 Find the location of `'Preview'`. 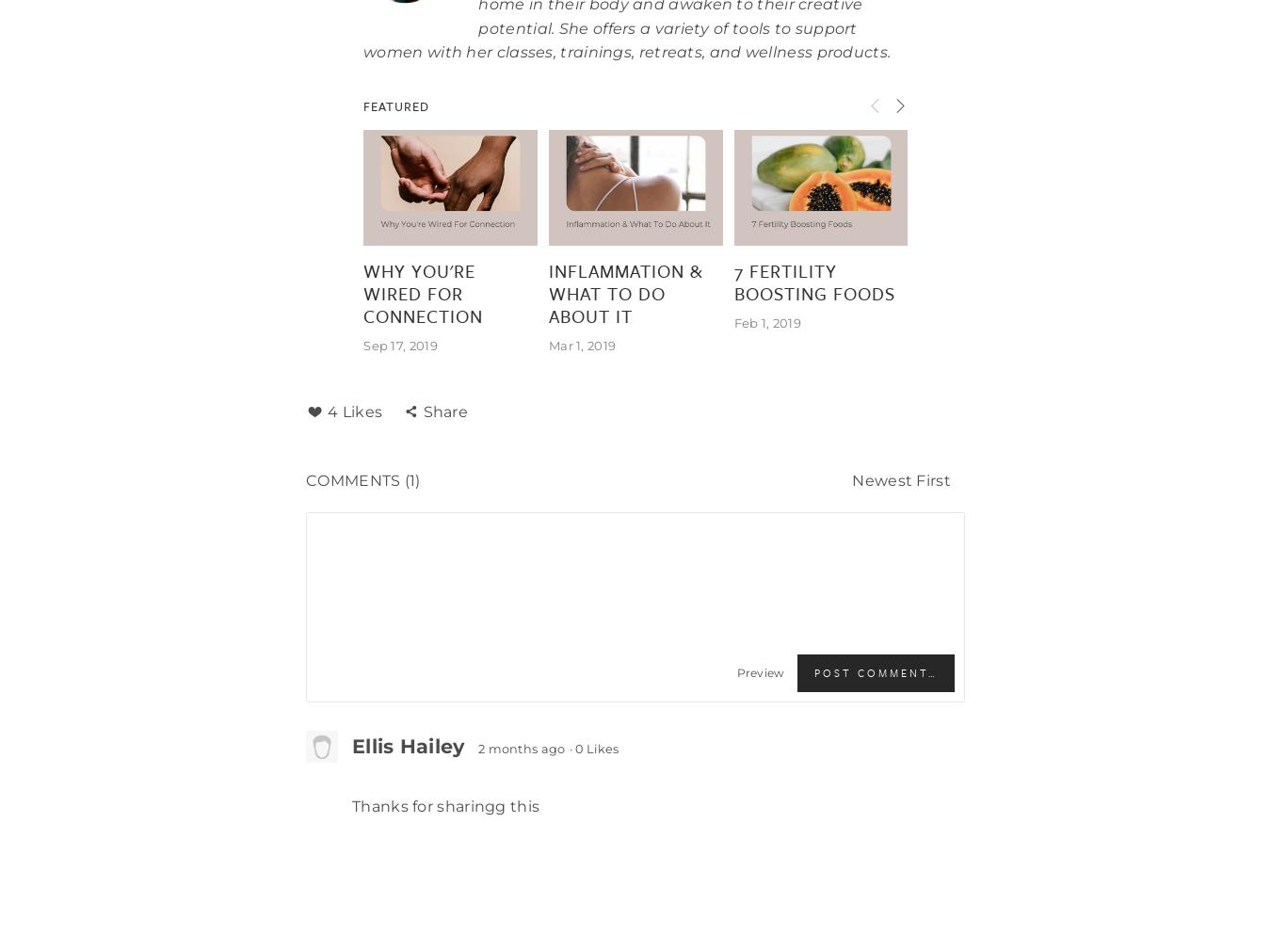

'Preview' is located at coordinates (760, 670).